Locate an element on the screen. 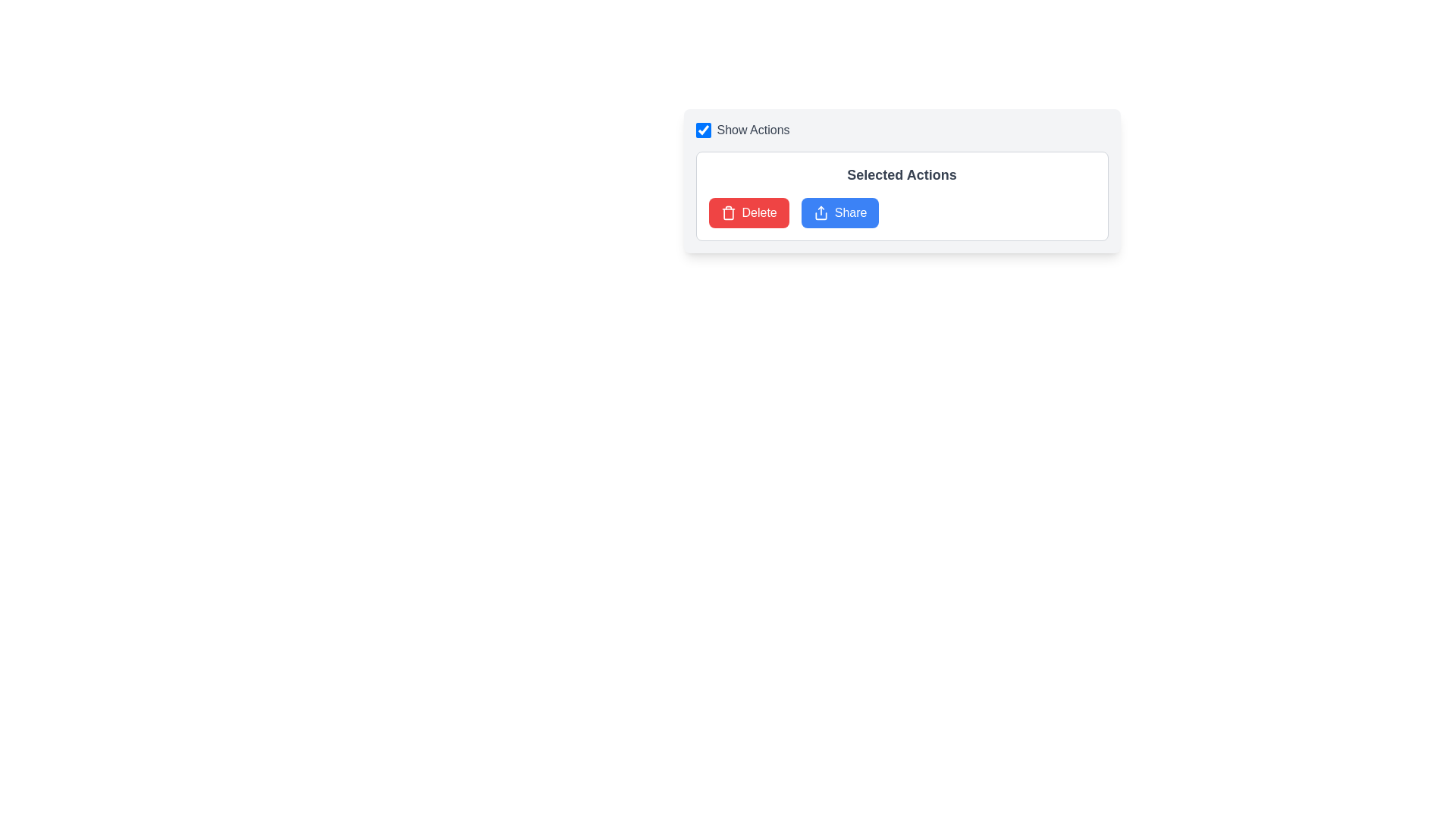  the checkbox label group located at the top-left corner of the card-like structure is located at coordinates (742, 130).